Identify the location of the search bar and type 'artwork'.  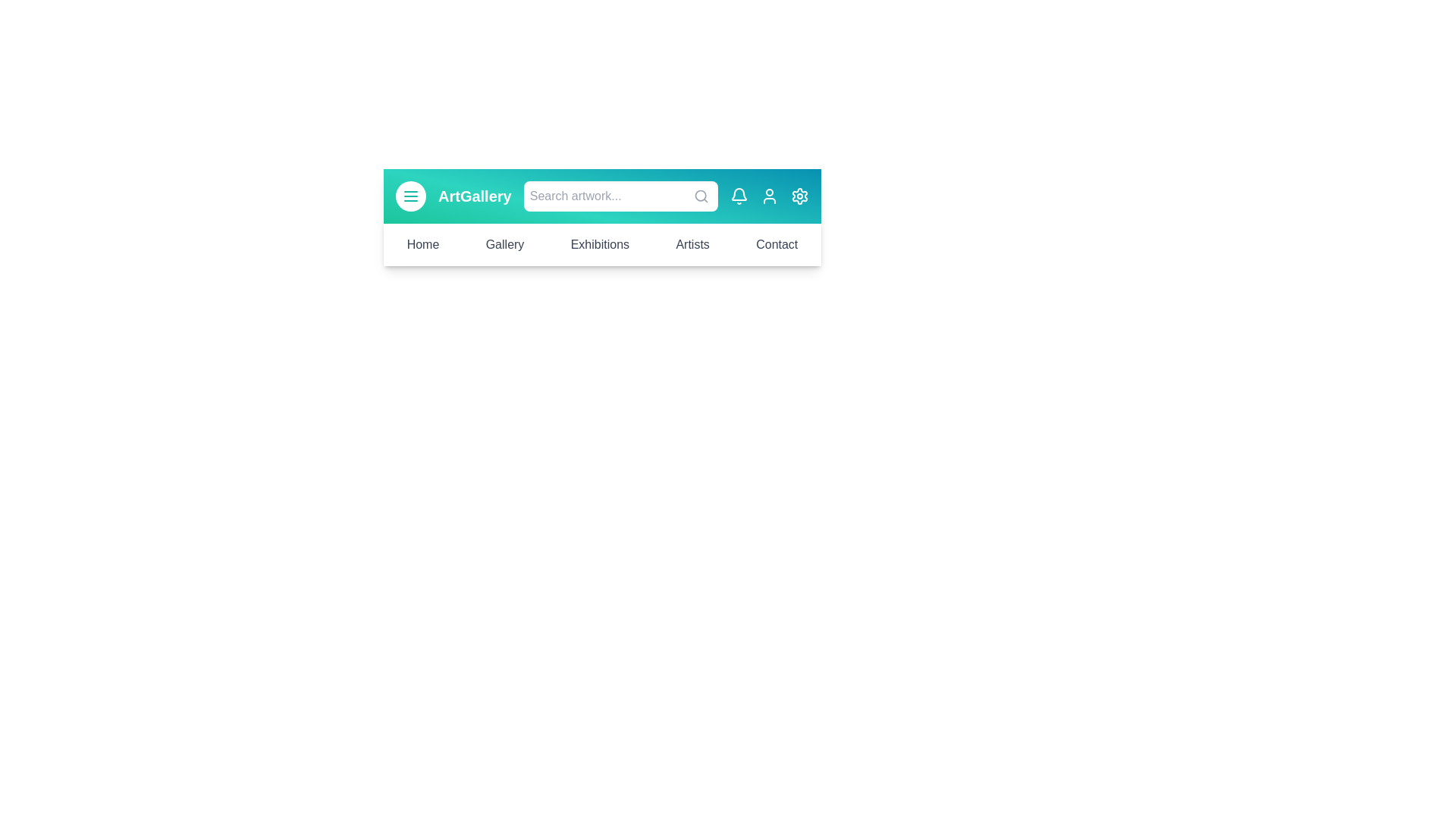
(620, 195).